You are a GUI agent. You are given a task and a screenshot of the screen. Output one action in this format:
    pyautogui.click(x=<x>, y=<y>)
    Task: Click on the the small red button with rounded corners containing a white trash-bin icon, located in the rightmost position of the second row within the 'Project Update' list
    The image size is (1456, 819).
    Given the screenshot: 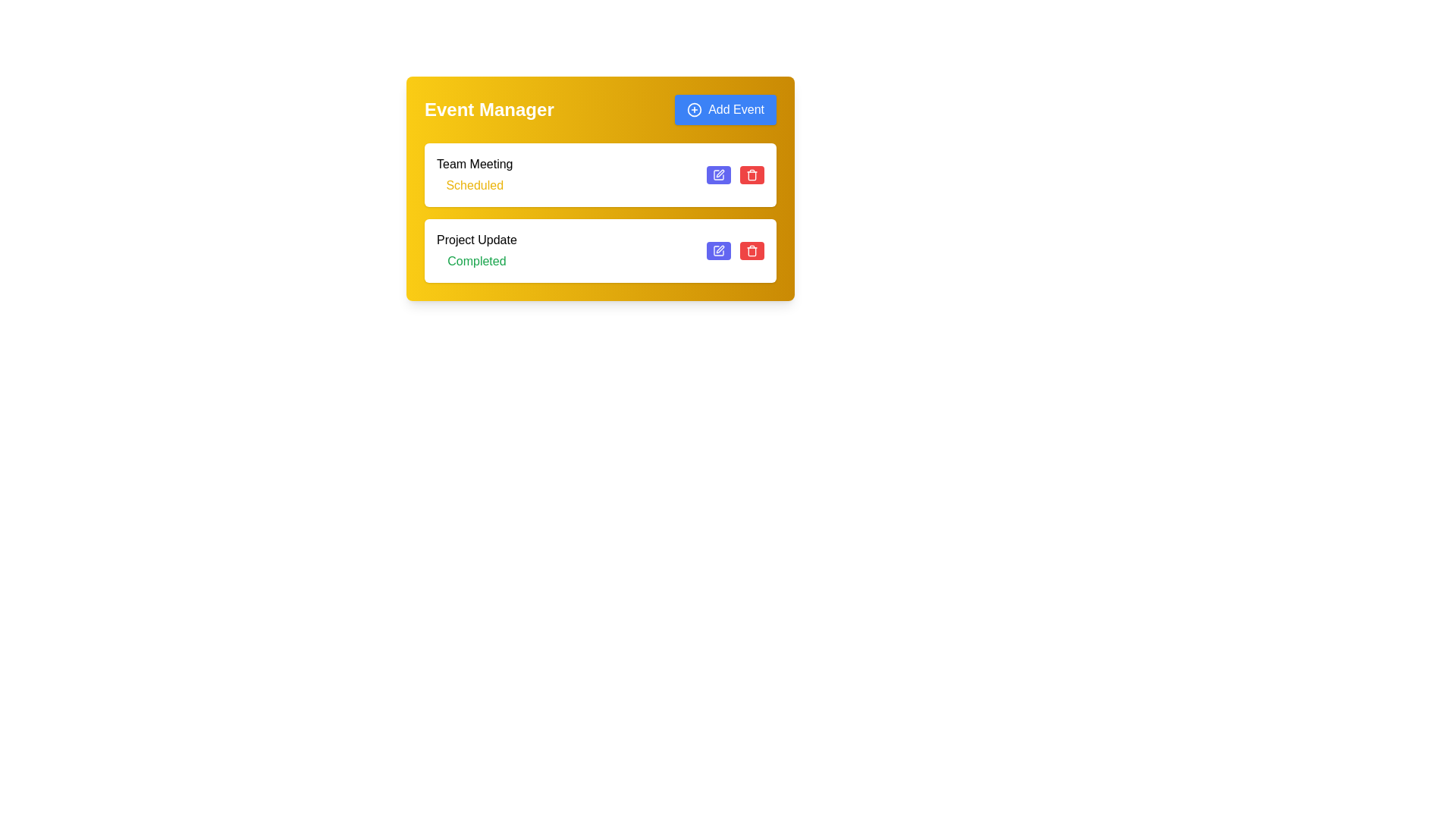 What is the action you would take?
    pyautogui.click(x=752, y=174)
    